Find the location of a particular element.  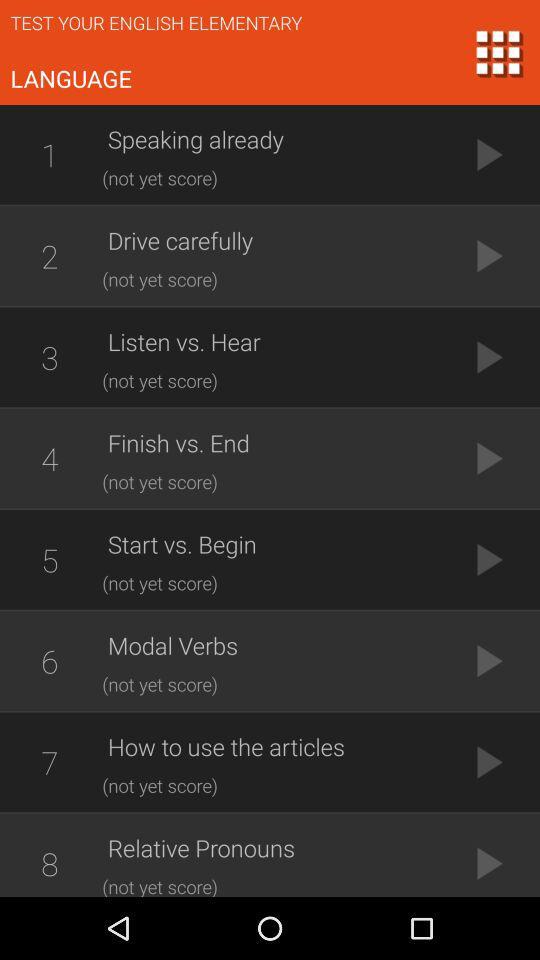

open menu is located at coordinates (496, 51).